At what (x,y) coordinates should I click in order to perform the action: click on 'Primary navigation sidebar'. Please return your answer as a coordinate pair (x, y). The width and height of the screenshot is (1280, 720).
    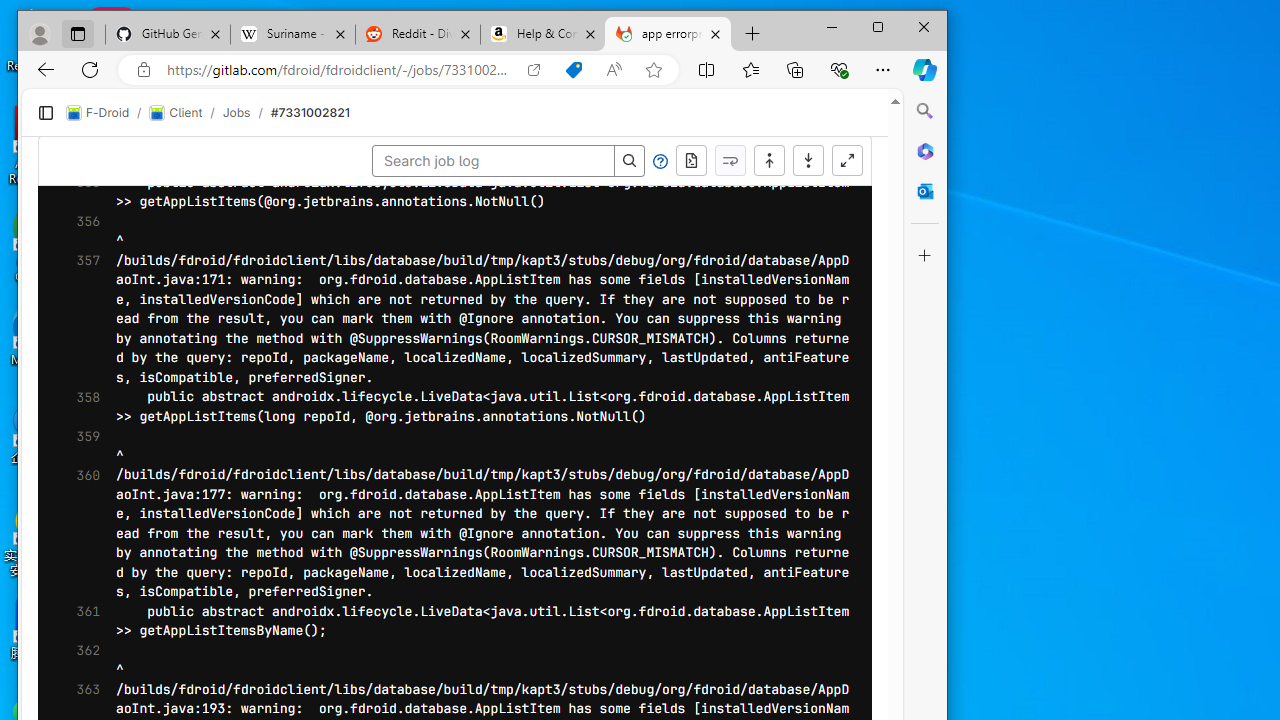
    Looking at the image, I should click on (45, 113).